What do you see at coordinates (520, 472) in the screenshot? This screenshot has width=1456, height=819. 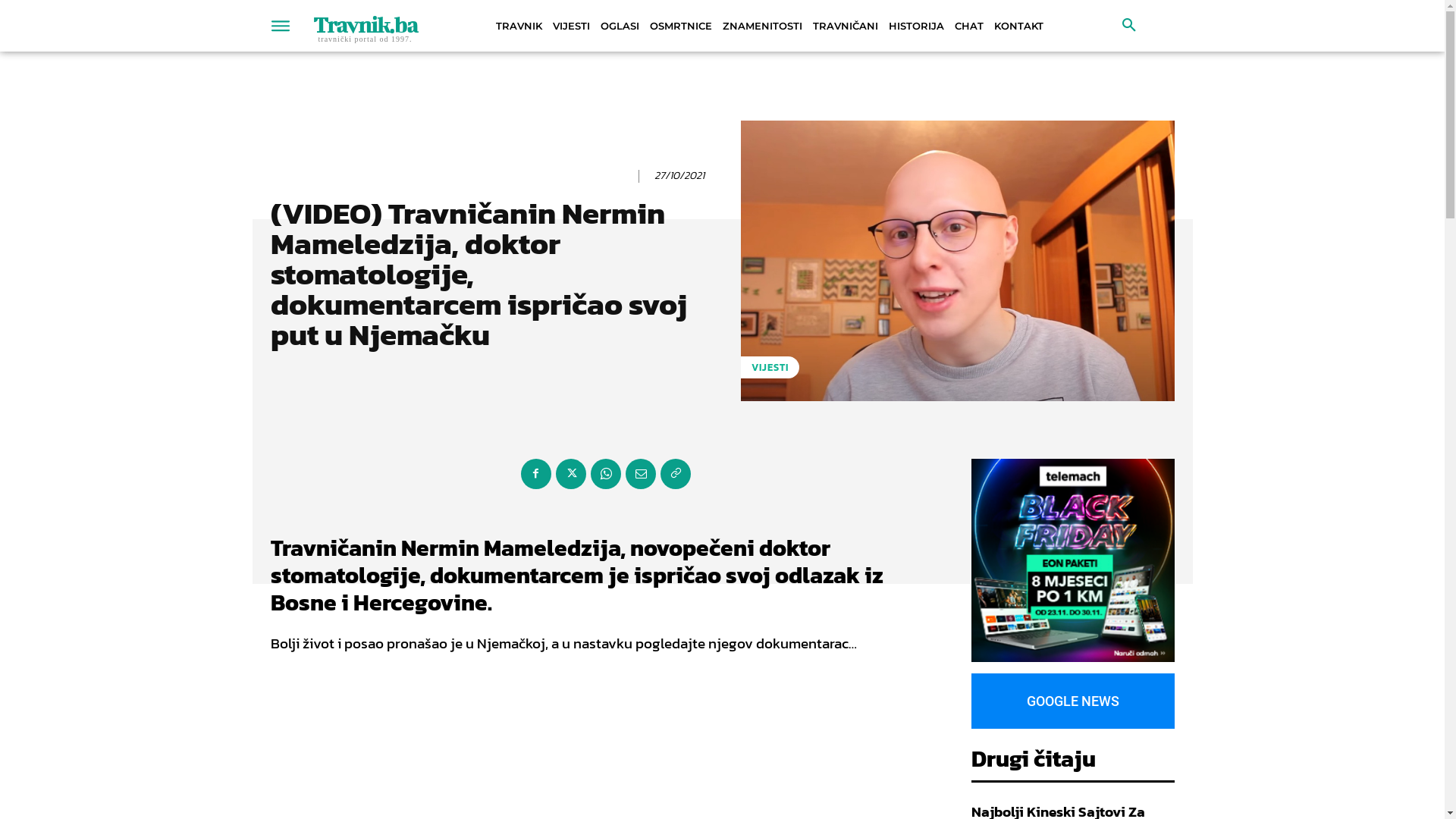 I see `'Facebook'` at bounding box center [520, 472].